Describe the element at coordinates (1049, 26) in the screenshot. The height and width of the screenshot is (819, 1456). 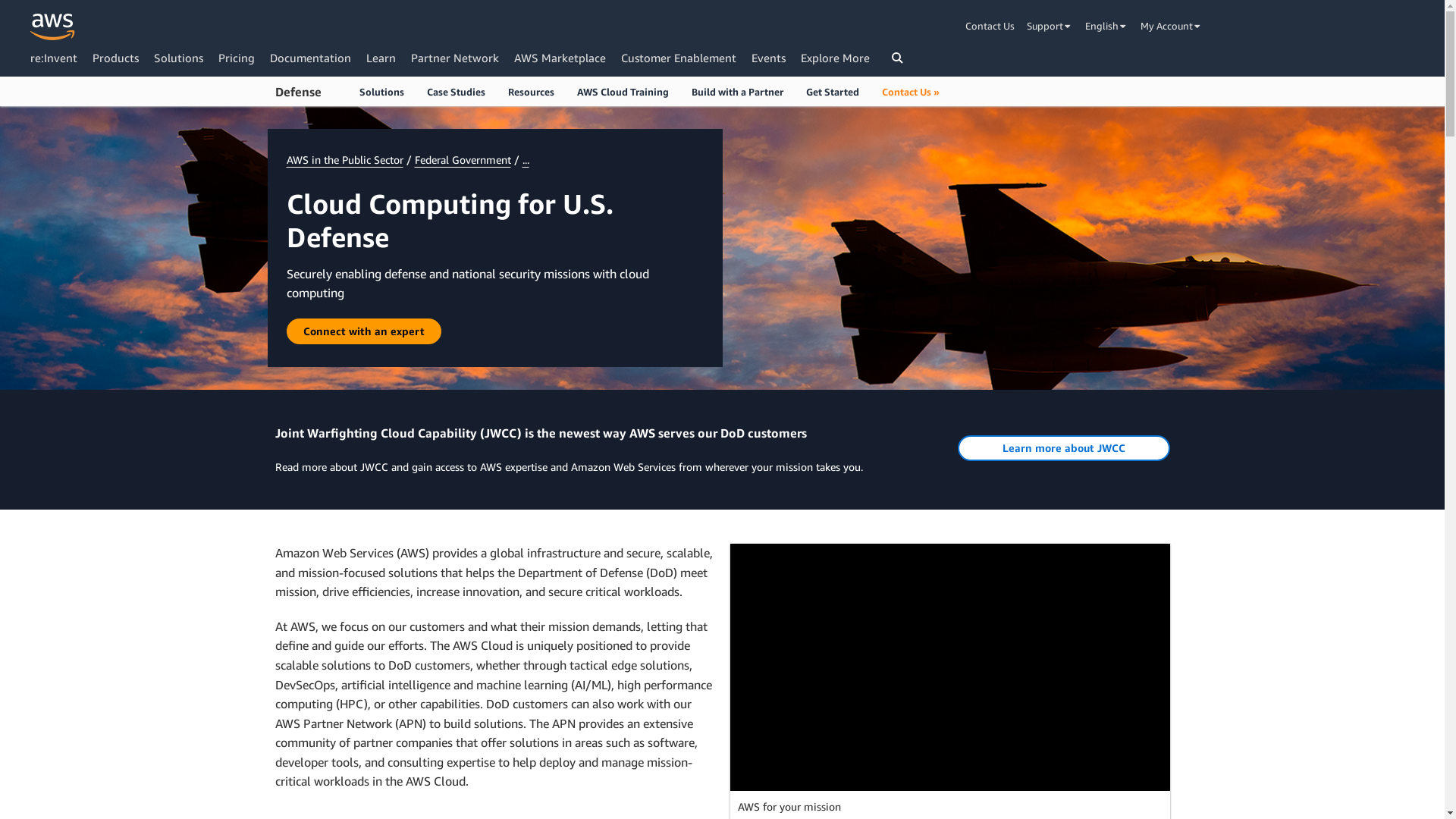
I see `'Support '` at that location.